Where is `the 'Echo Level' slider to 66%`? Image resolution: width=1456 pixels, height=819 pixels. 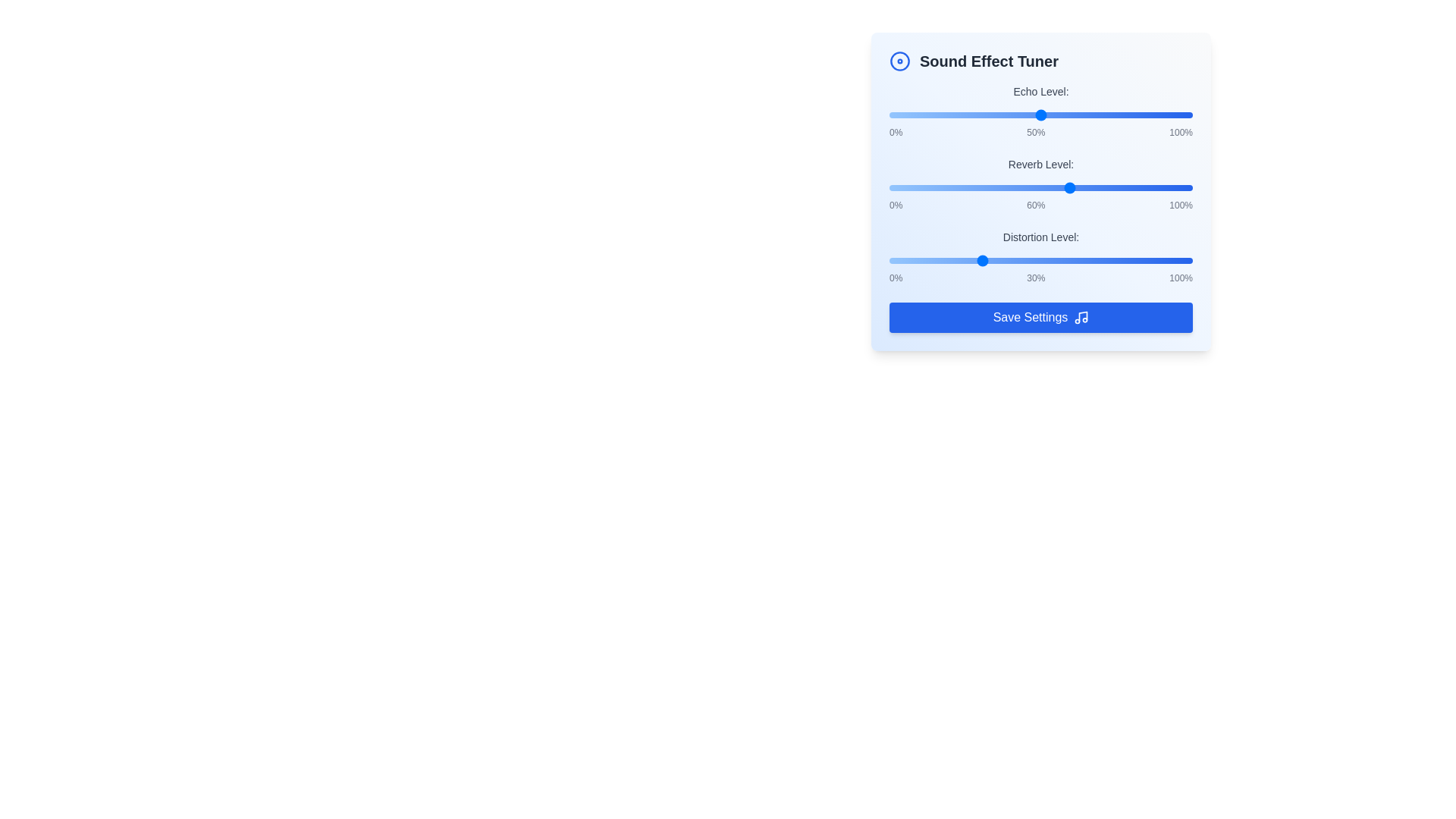
the 'Echo Level' slider to 66% is located at coordinates (1088, 114).